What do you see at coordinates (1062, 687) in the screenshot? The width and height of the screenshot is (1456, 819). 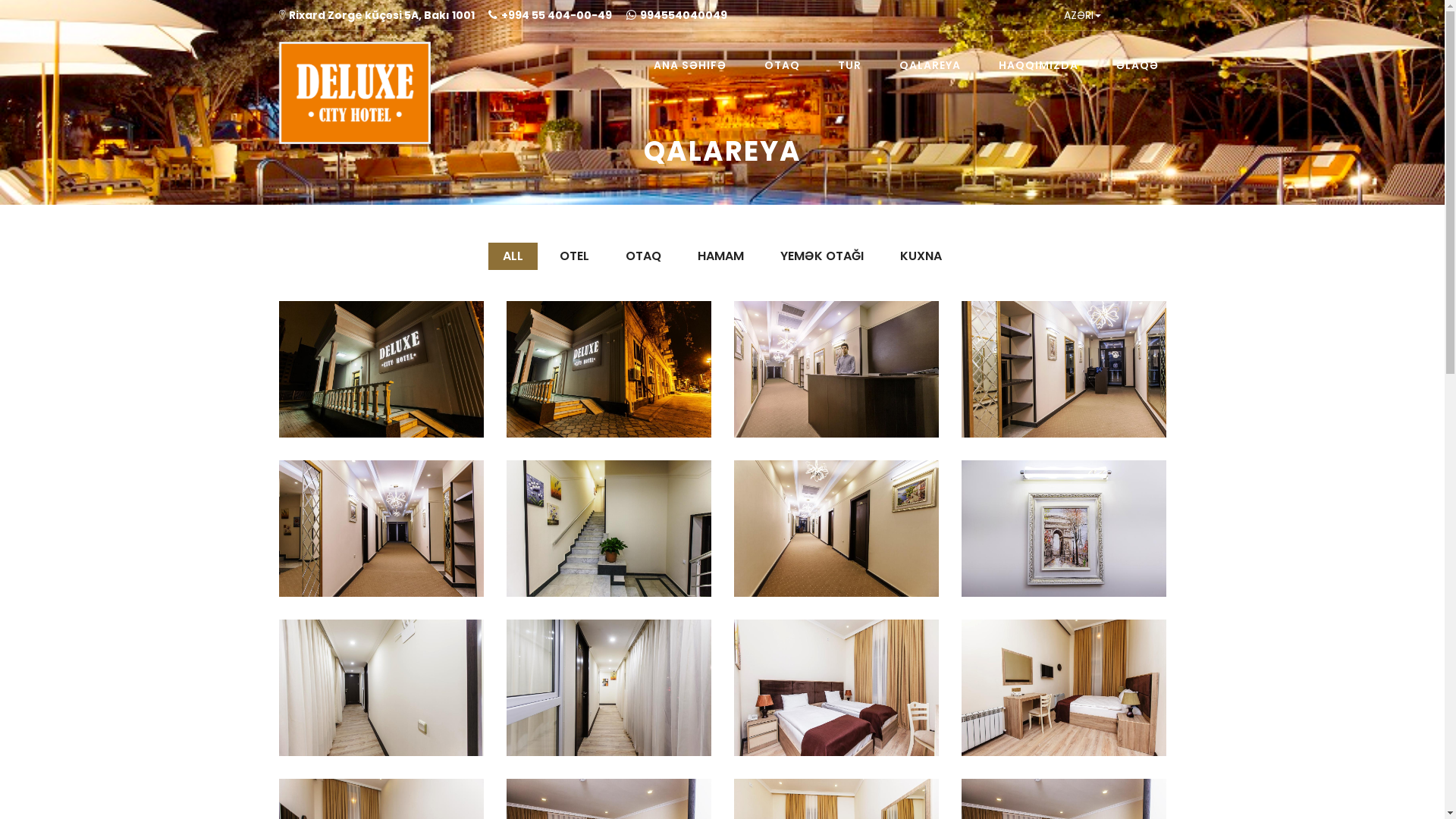 I see `'Otaq'` at bounding box center [1062, 687].